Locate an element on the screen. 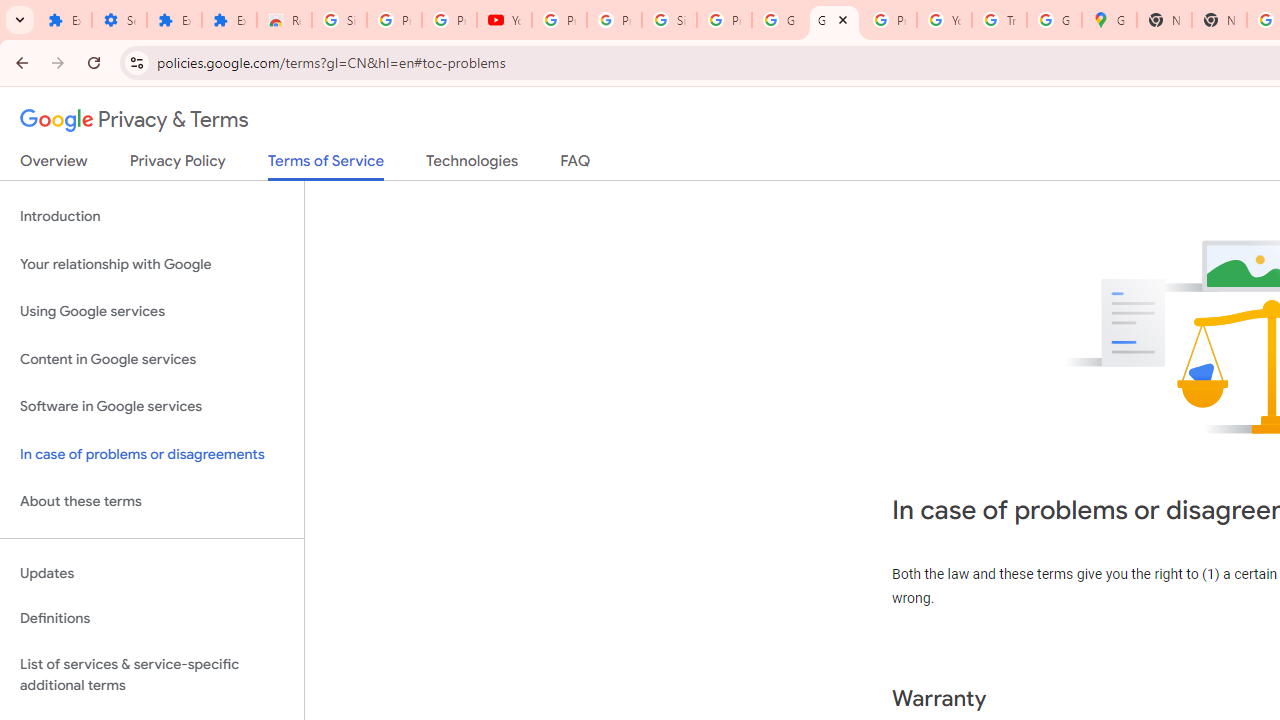  'Reviews: Helix Fruit Jump Arcade Game' is located at coordinates (283, 20).